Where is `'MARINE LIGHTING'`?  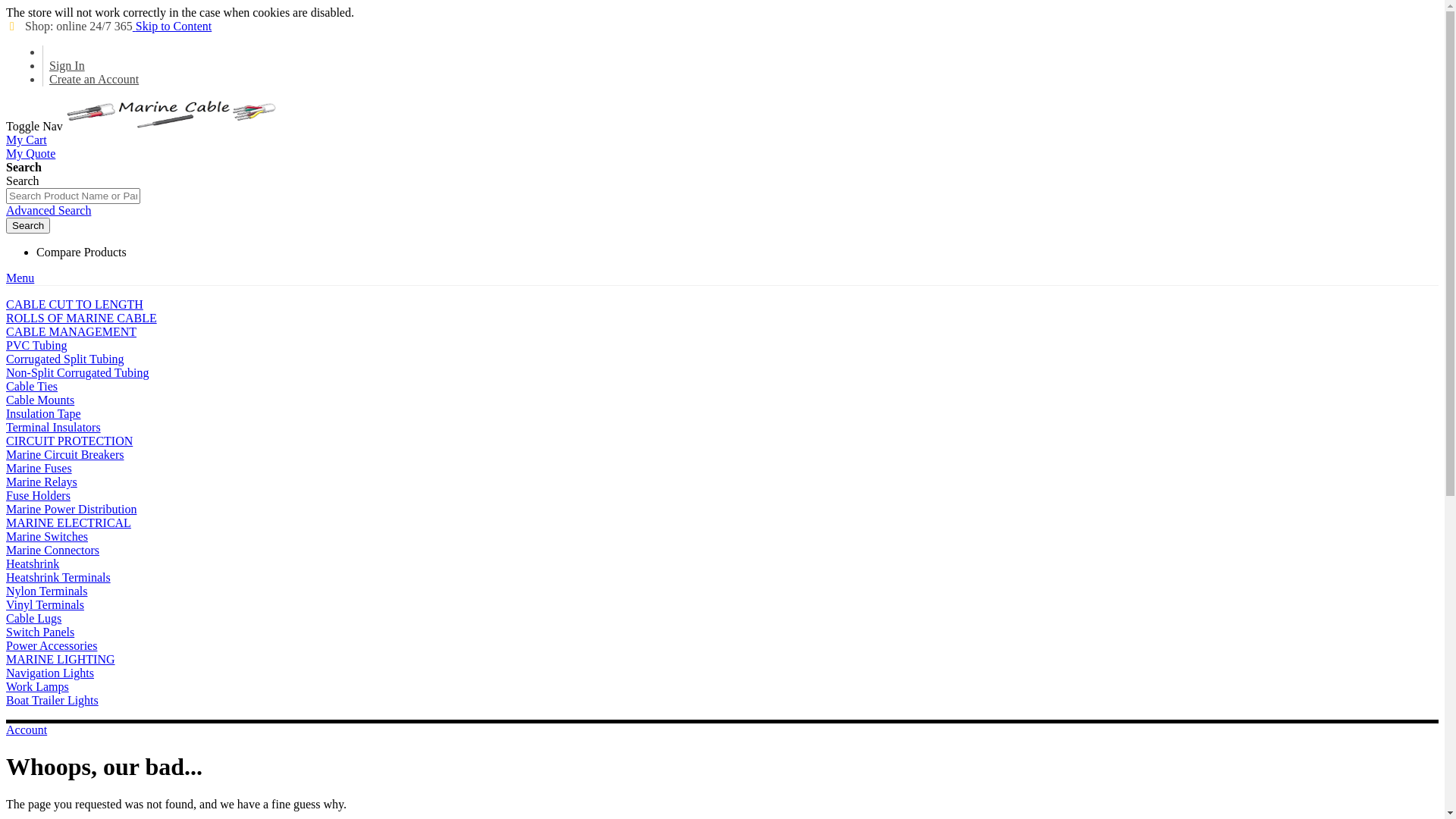 'MARINE LIGHTING' is located at coordinates (61, 658).